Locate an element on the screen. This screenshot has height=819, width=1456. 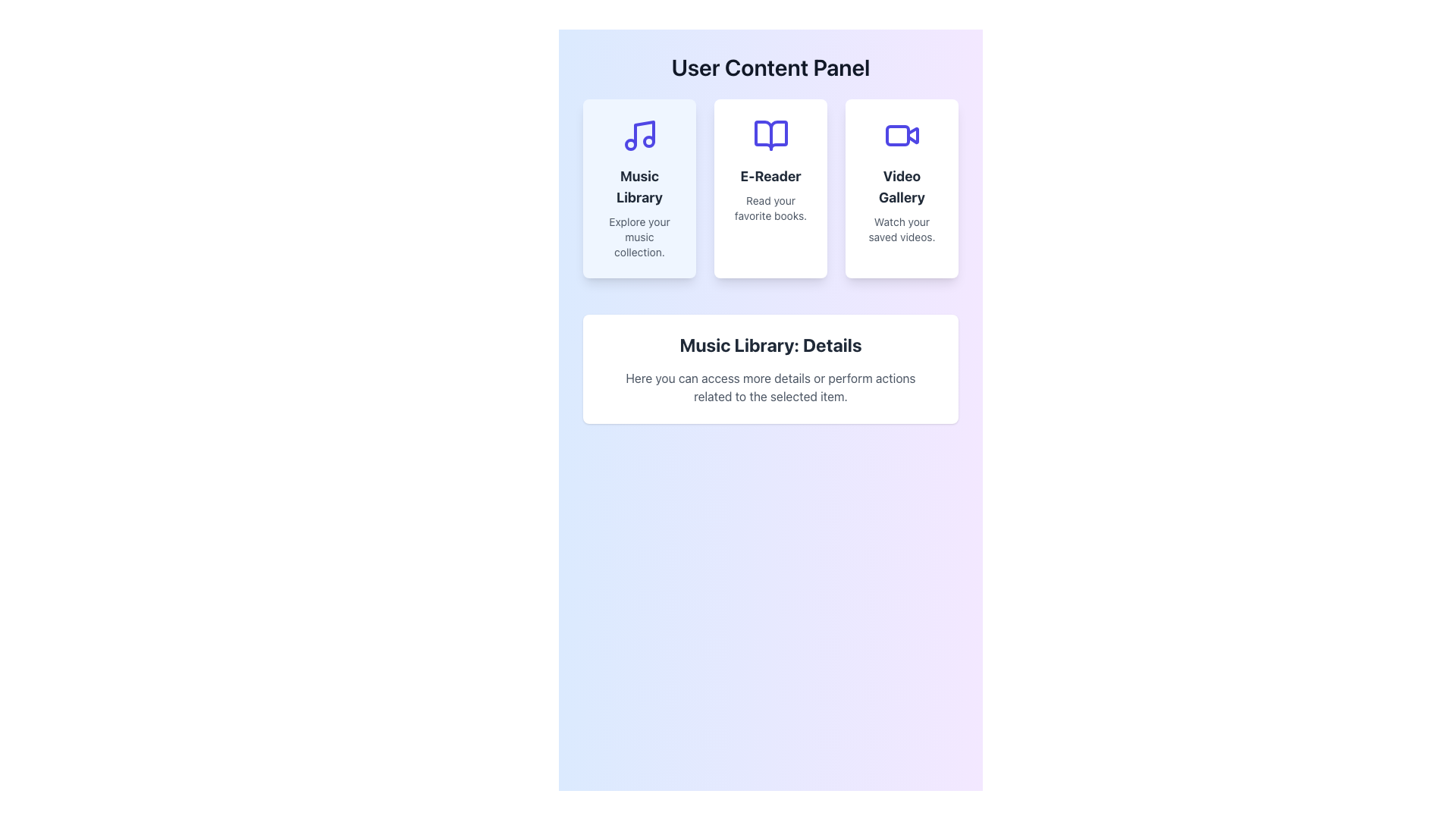
the 'Music Library' text label, which serves as a heading for the section detailing the Music Library and is located in the center of the interface, above the descriptive text is located at coordinates (770, 345).